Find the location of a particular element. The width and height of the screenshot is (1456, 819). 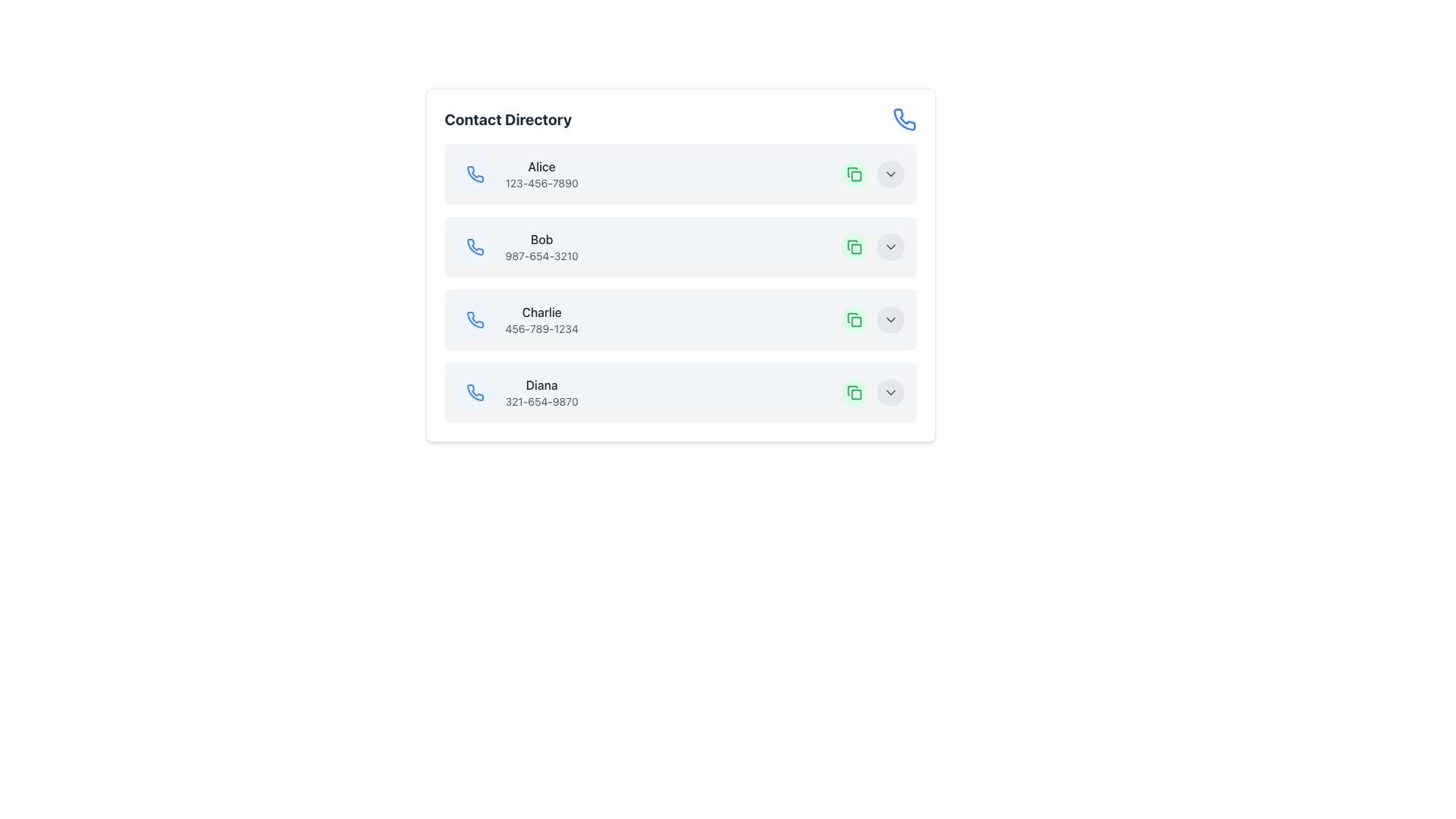

text label displaying the name 'Diana' located at the center of the fourth entry in a vertically arranged list of contact entries is located at coordinates (541, 384).